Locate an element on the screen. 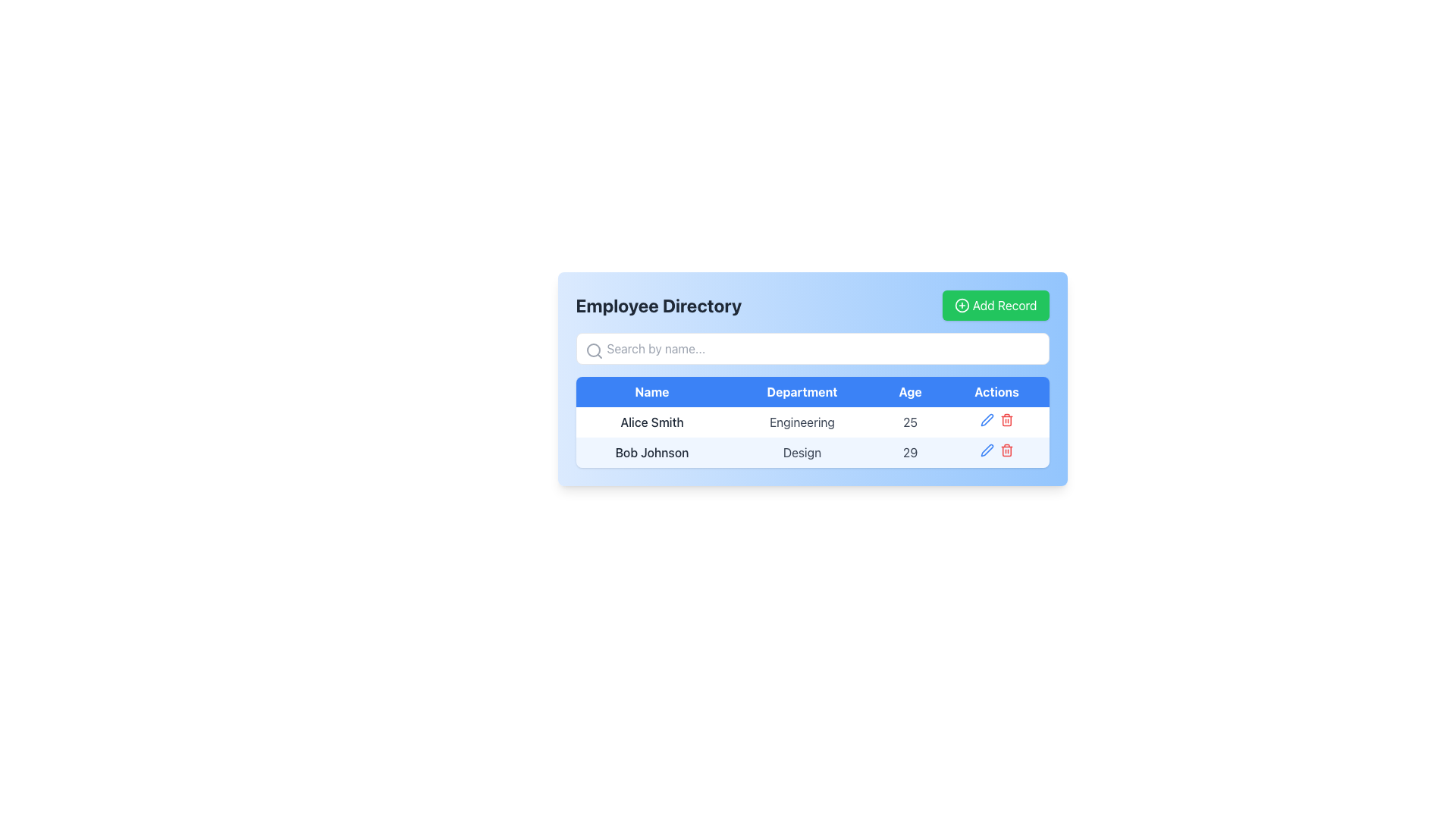 Image resolution: width=1456 pixels, height=819 pixels. the first row of the table displaying a person's record, which includes columns for 'Name', 'Department', 'Age', and 'Actions' is located at coordinates (811, 438).